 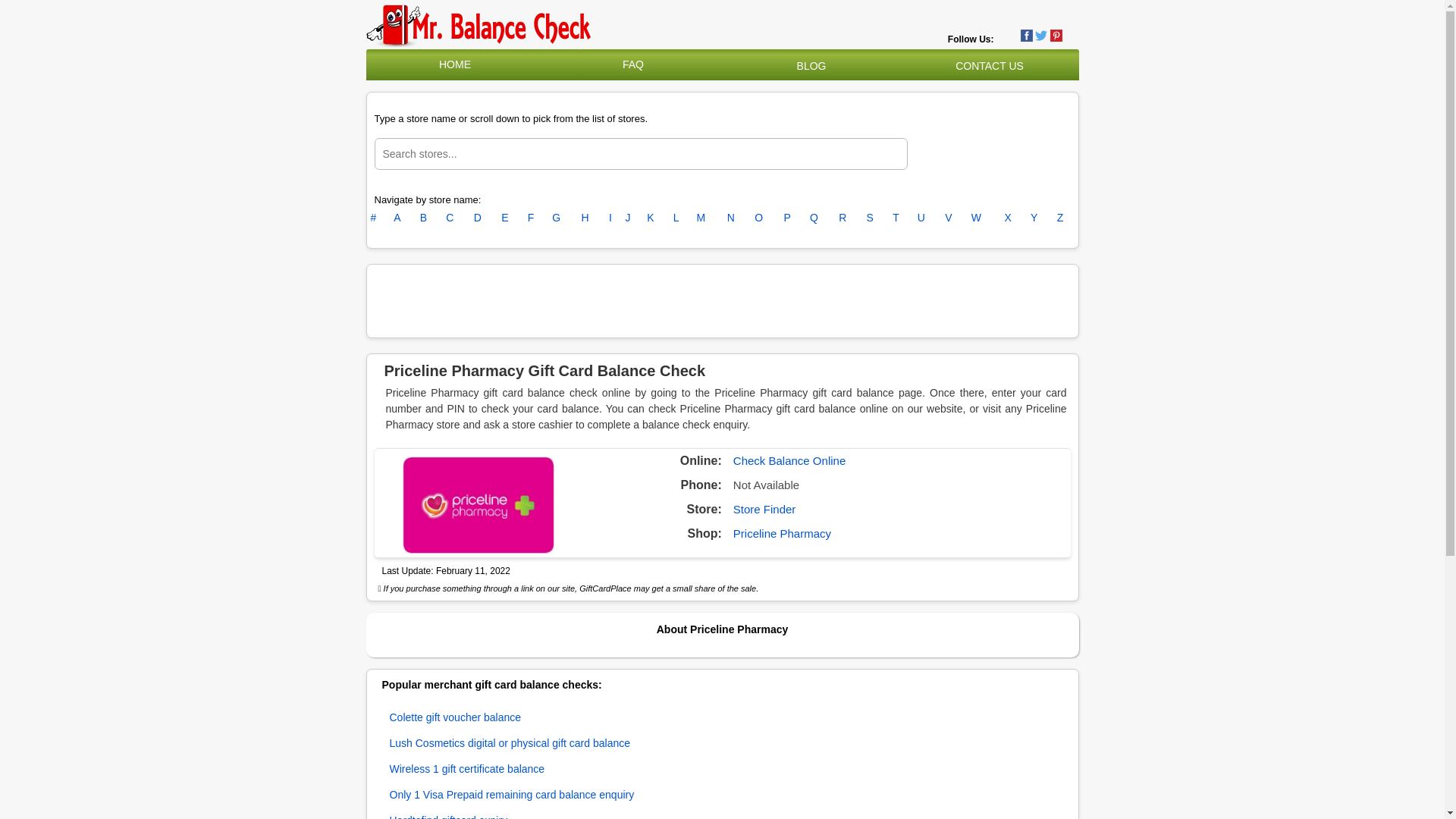 I want to click on 'Store Finder', so click(x=764, y=509).